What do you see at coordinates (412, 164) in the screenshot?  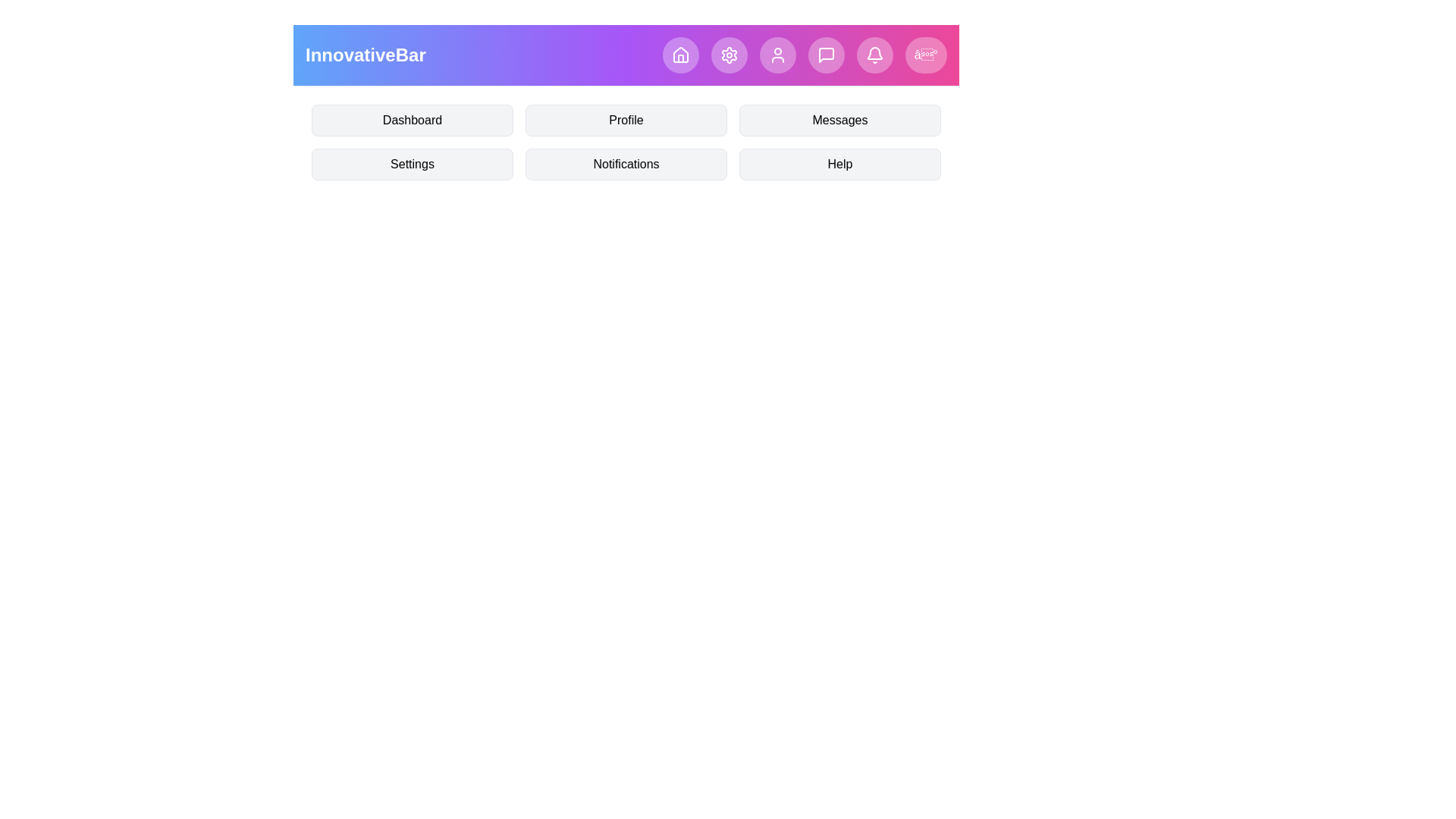 I see `the menu item Settings by clicking on it` at bounding box center [412, 164].